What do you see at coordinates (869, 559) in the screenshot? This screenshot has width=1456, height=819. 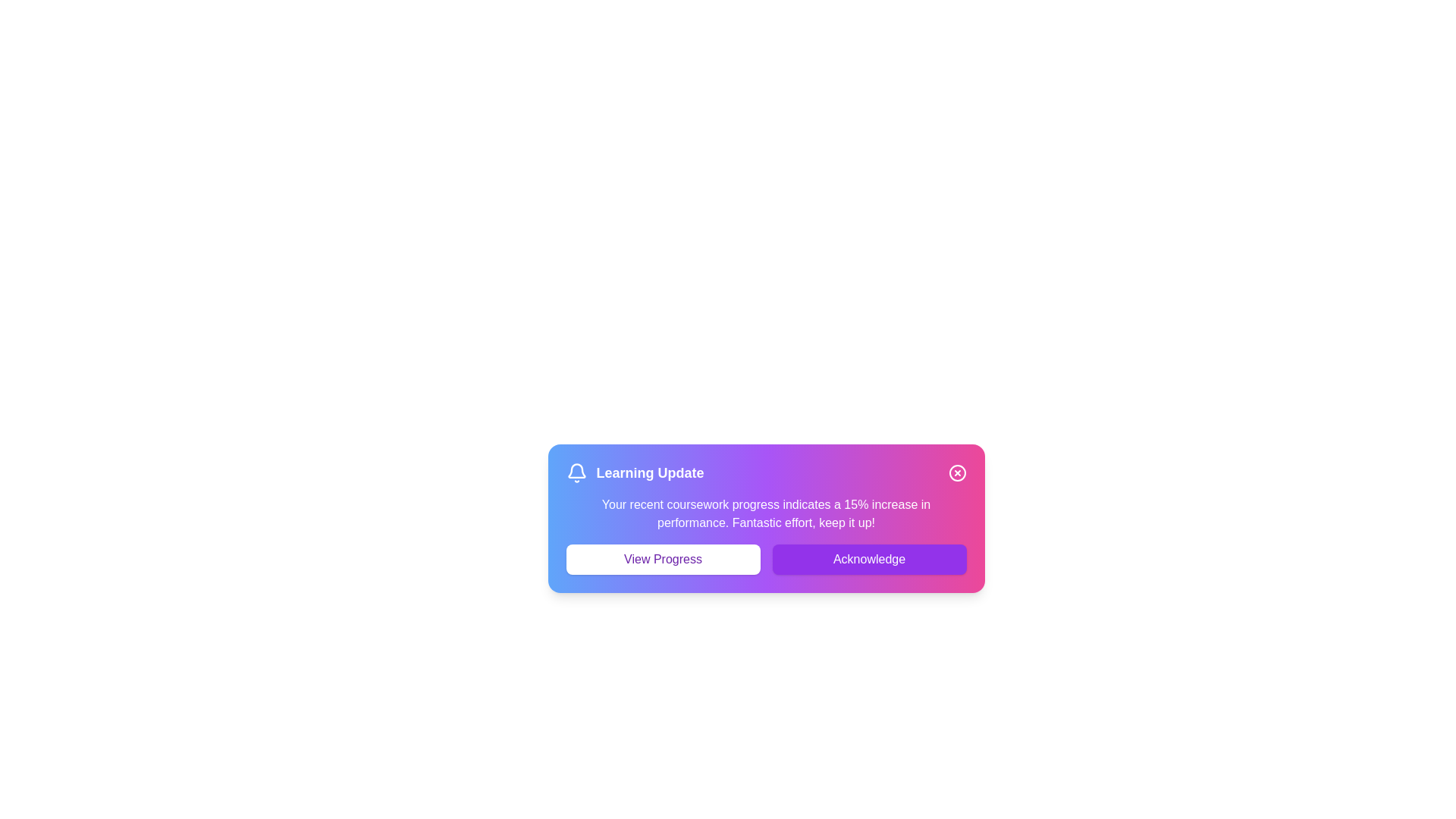 I see `the 'Acknowledge' button to acknowledge the alert` at bounding box center [869, 559].